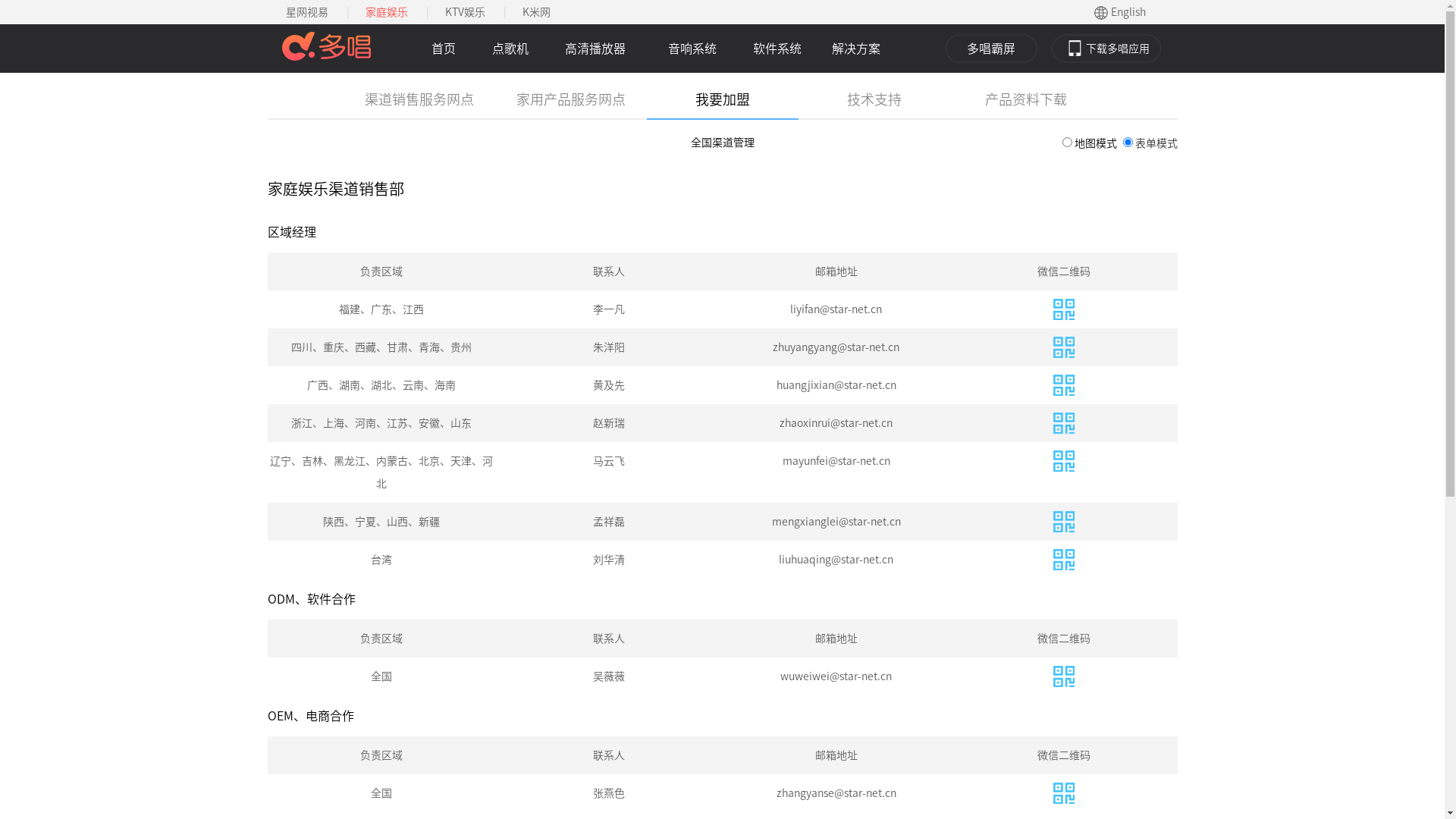  I want to click on '1', so click(1065, 142).